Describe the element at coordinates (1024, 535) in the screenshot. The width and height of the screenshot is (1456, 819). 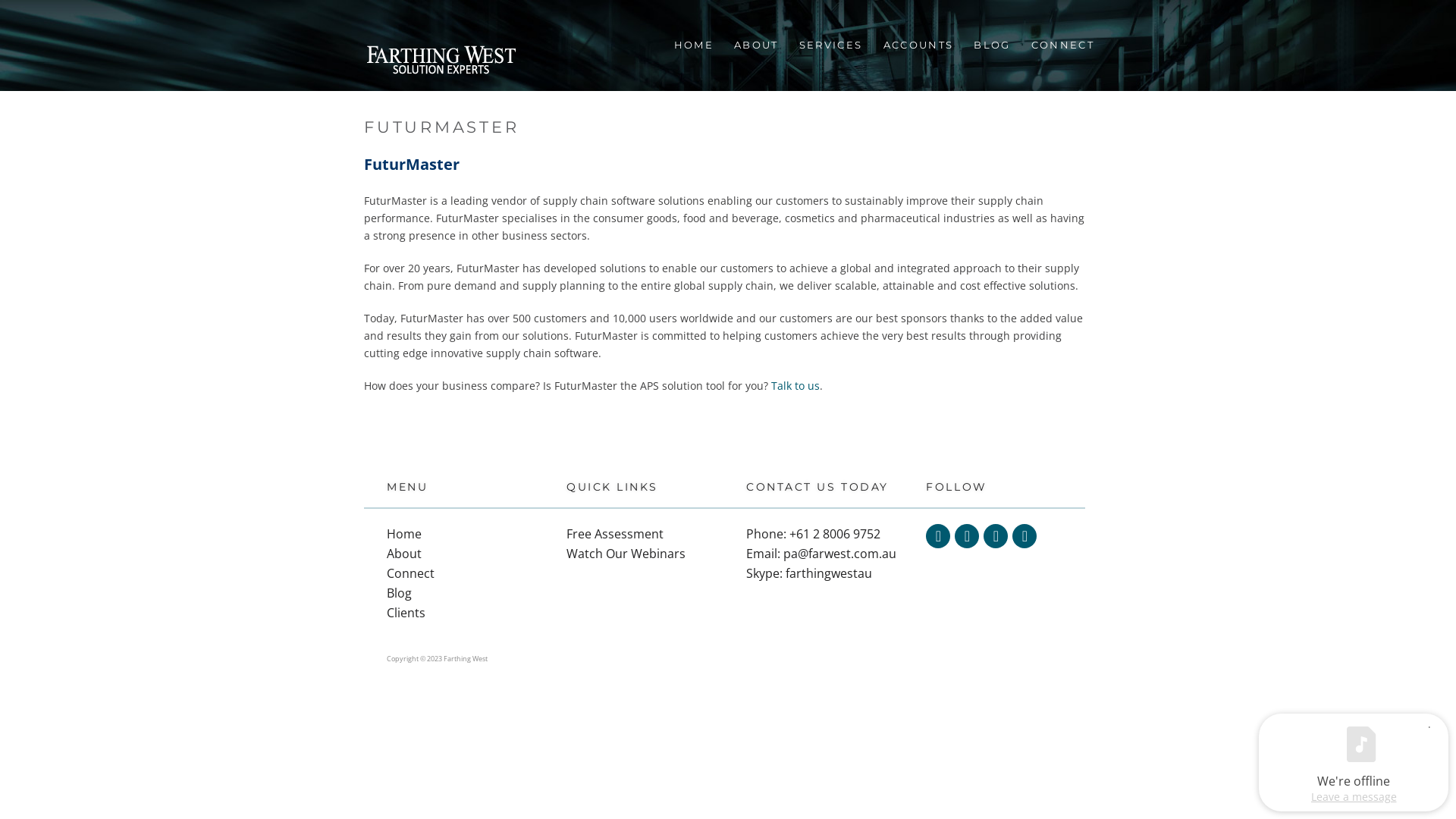
I see `'Youtube'` at that location.